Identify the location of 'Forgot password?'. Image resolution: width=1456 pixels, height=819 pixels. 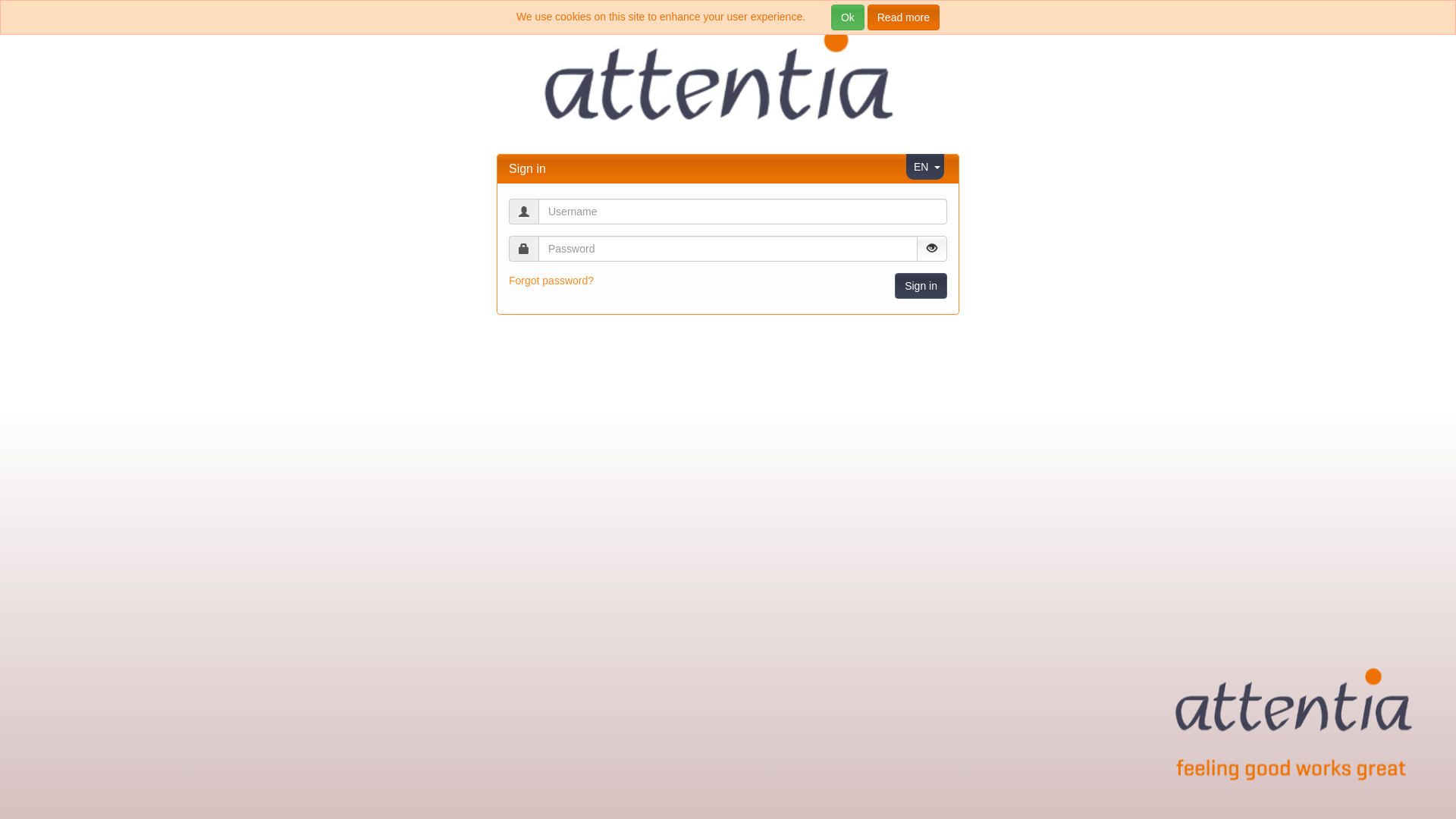
(550, 281).